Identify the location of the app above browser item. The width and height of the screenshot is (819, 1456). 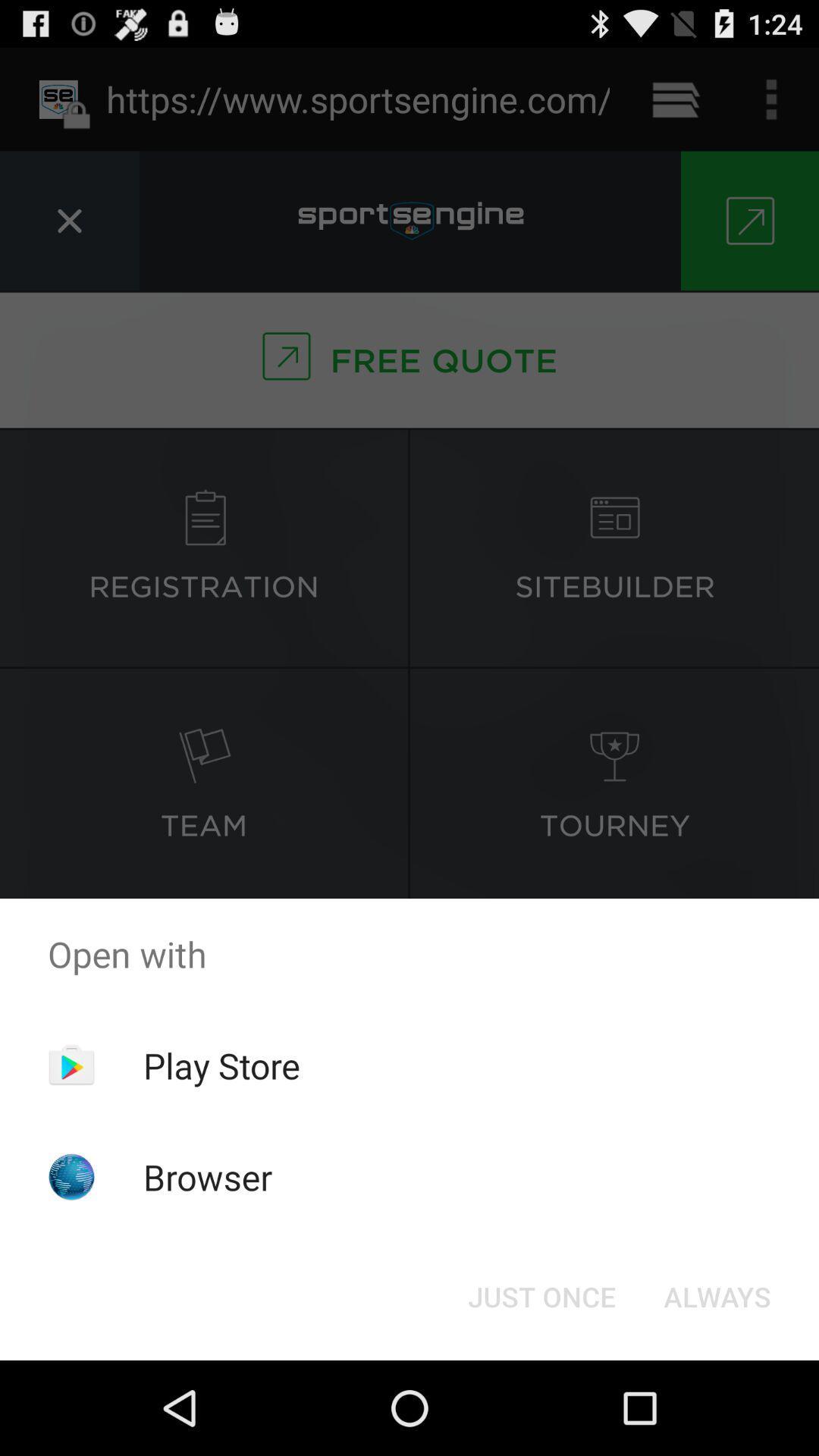
(221, 1065).